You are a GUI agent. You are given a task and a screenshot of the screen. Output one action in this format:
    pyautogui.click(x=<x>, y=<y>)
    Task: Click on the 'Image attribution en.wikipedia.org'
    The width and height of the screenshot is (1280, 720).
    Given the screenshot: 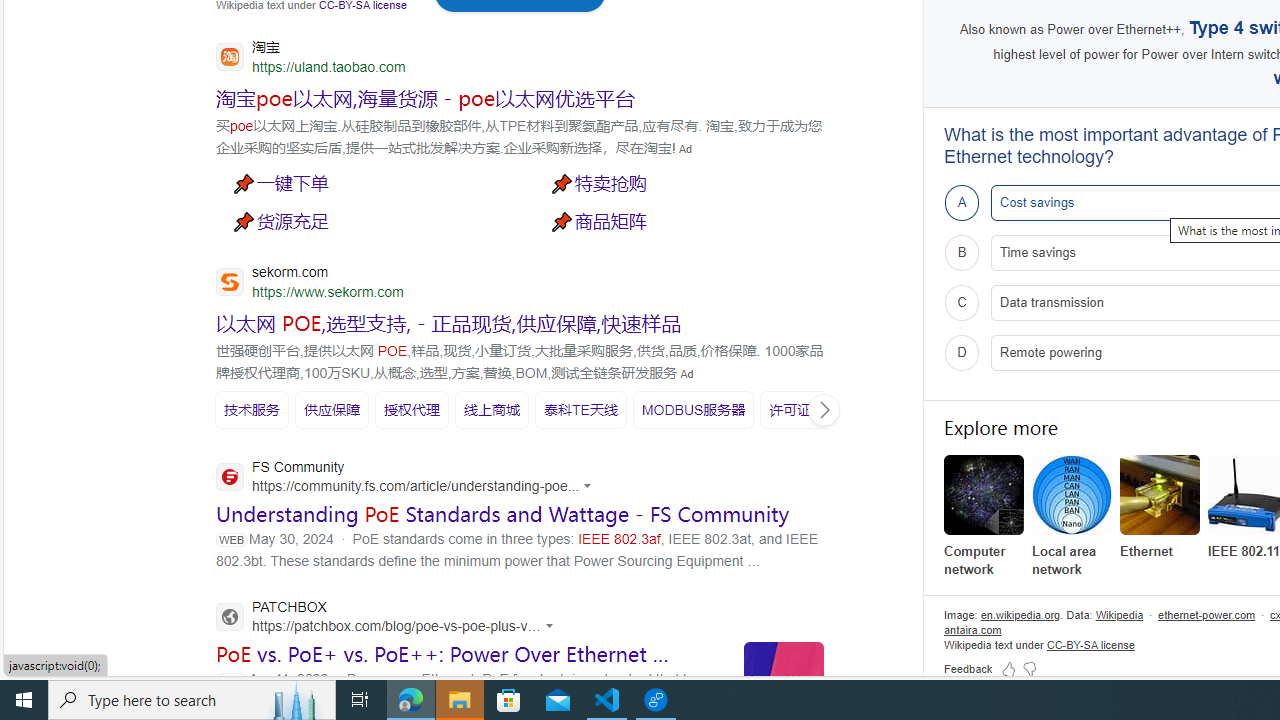 What is the action you would take?
    pyautogui.click(x=1020, y=613)
    